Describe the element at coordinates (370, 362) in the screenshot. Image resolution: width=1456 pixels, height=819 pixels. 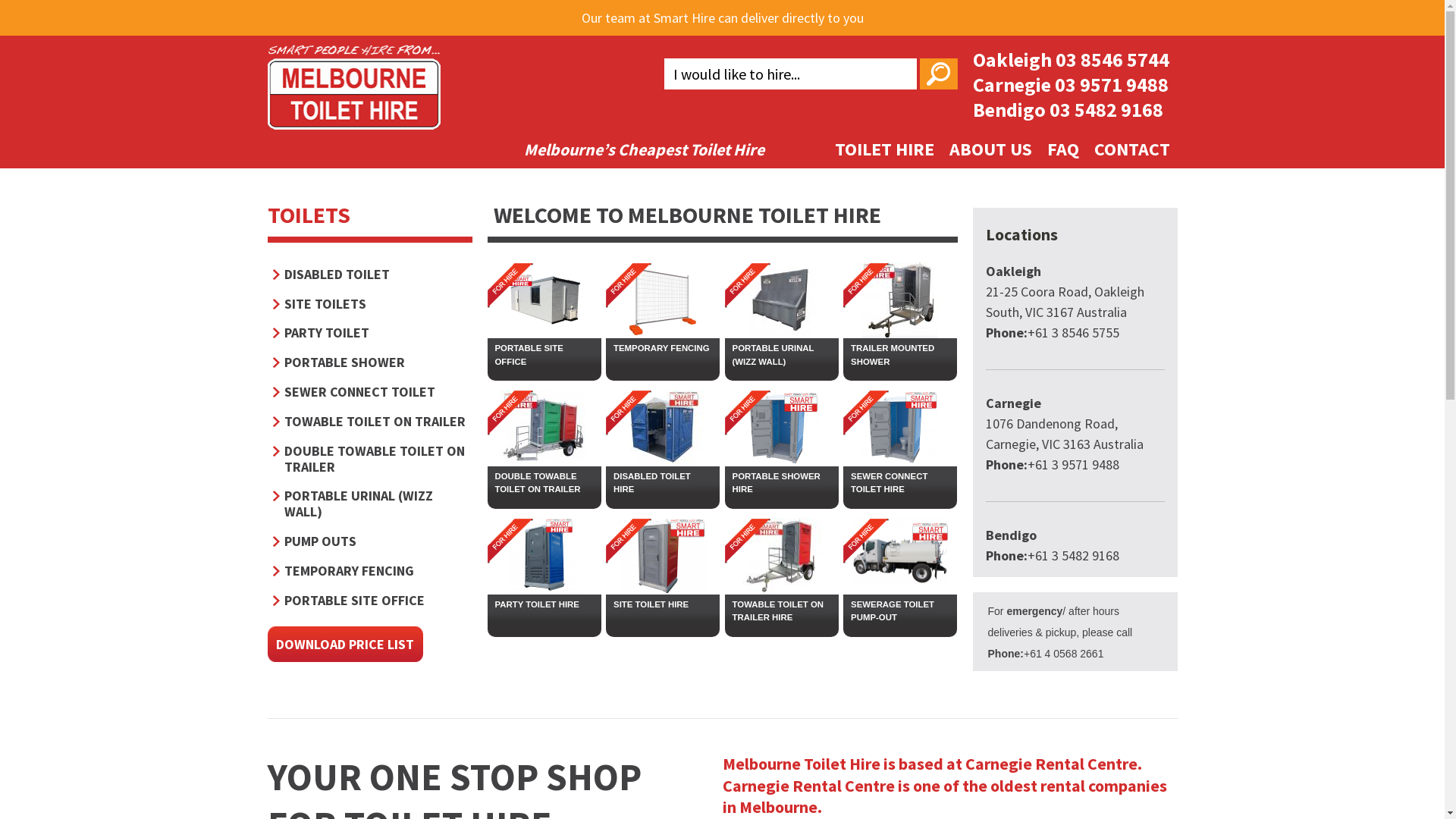
I see `'PORTABLE SHOWER'` at that location.